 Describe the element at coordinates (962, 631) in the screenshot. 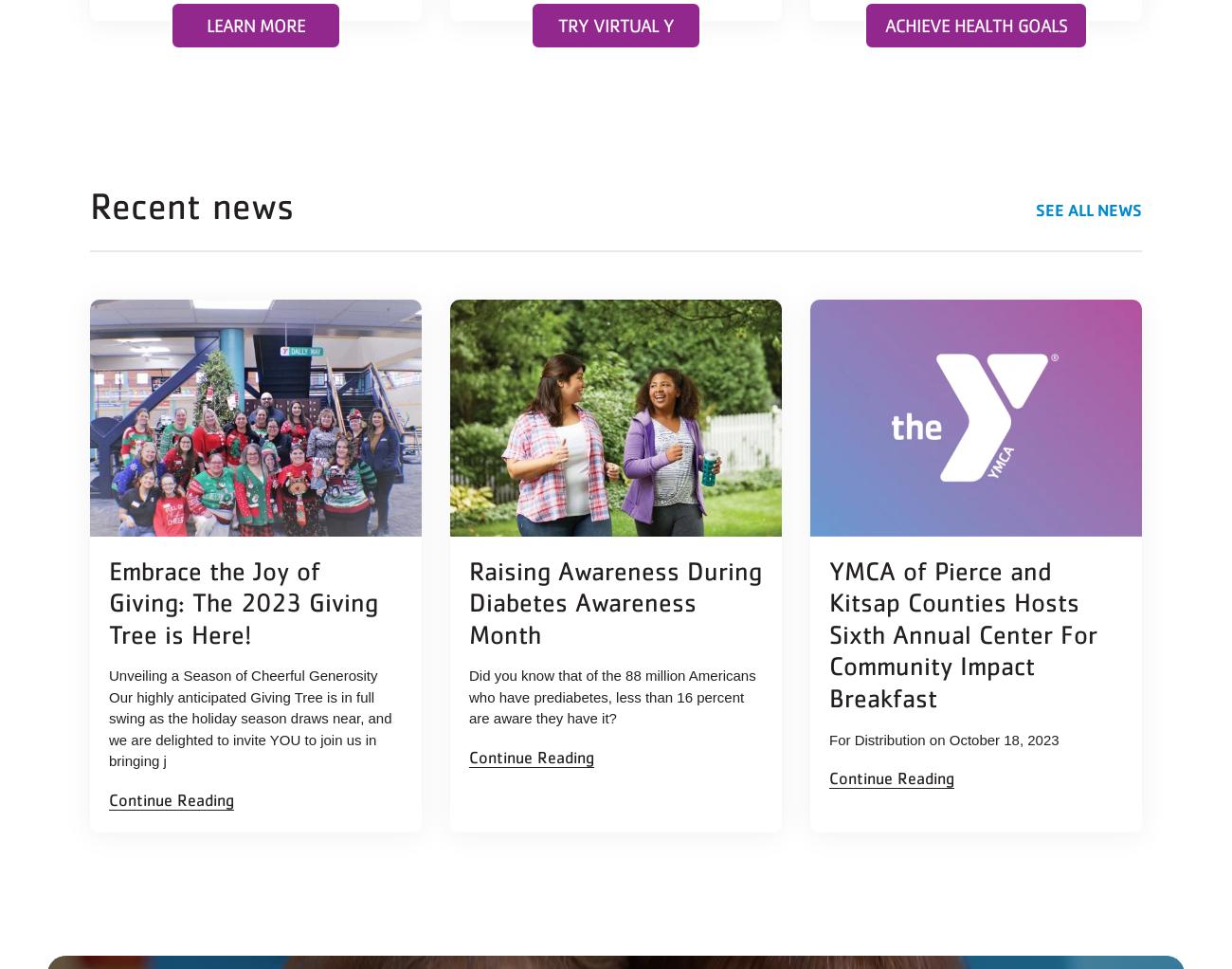

I see `'YMCA of Pierce and Kitsap Counties Hosts Sixth Annual Center For Community Impact Breakfast'` at that location.